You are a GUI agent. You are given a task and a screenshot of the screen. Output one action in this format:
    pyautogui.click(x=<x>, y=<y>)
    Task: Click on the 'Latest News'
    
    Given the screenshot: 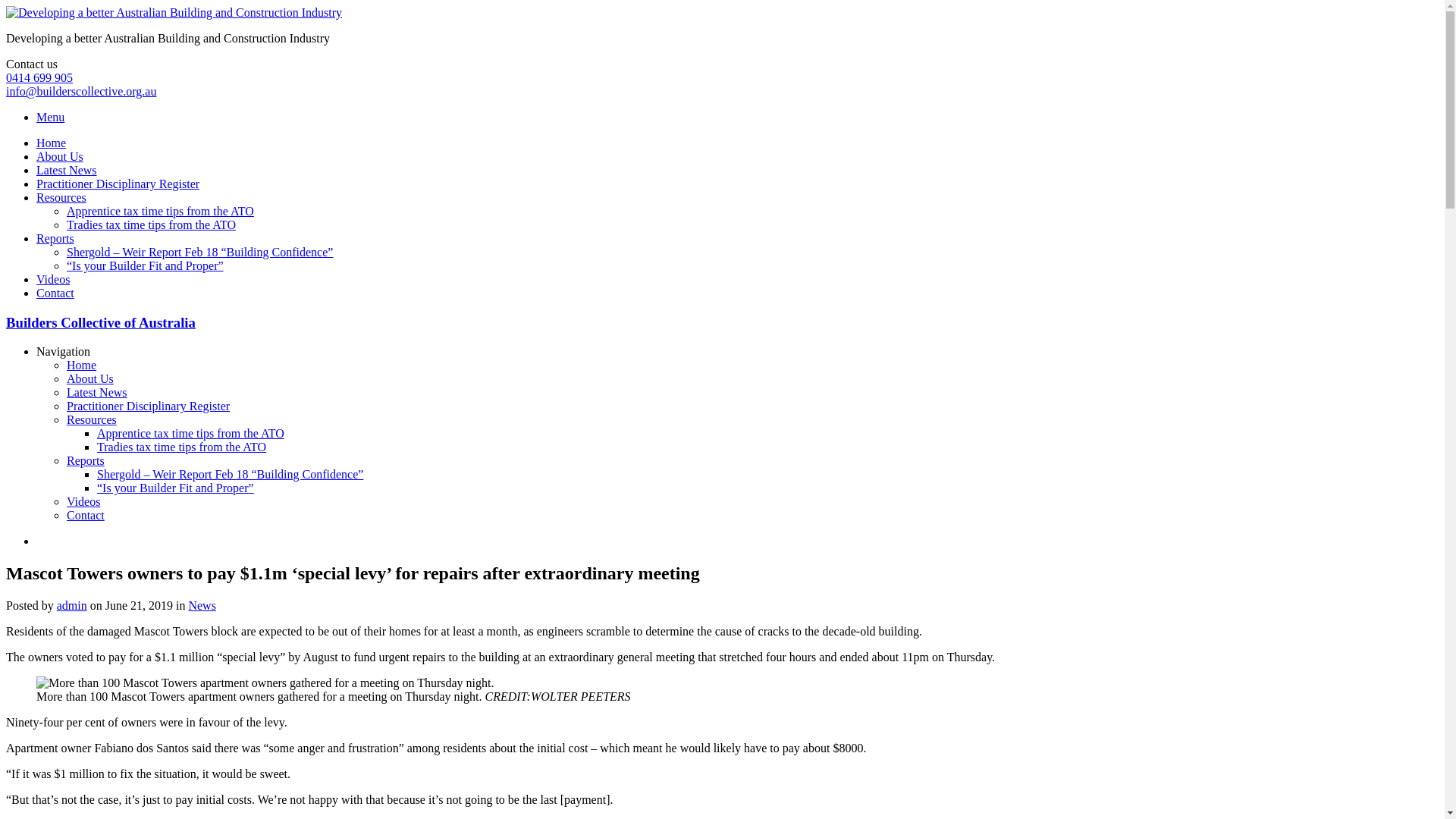 What is the action you would take?
    pyautogui.click(x=65, y=170)
    